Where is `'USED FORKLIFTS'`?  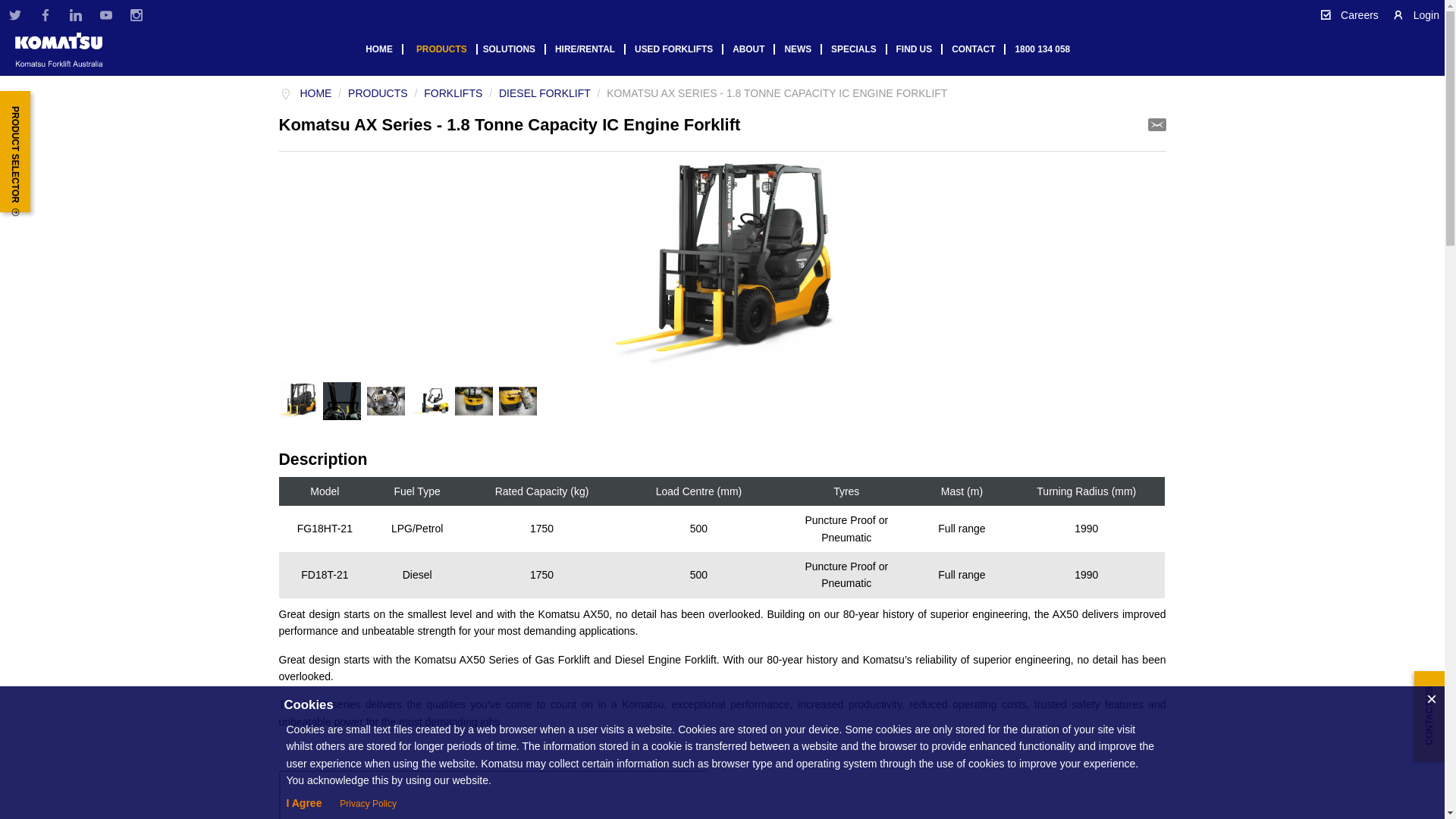
'USED FORKLIFTS' is located at coordinates (678, 49).